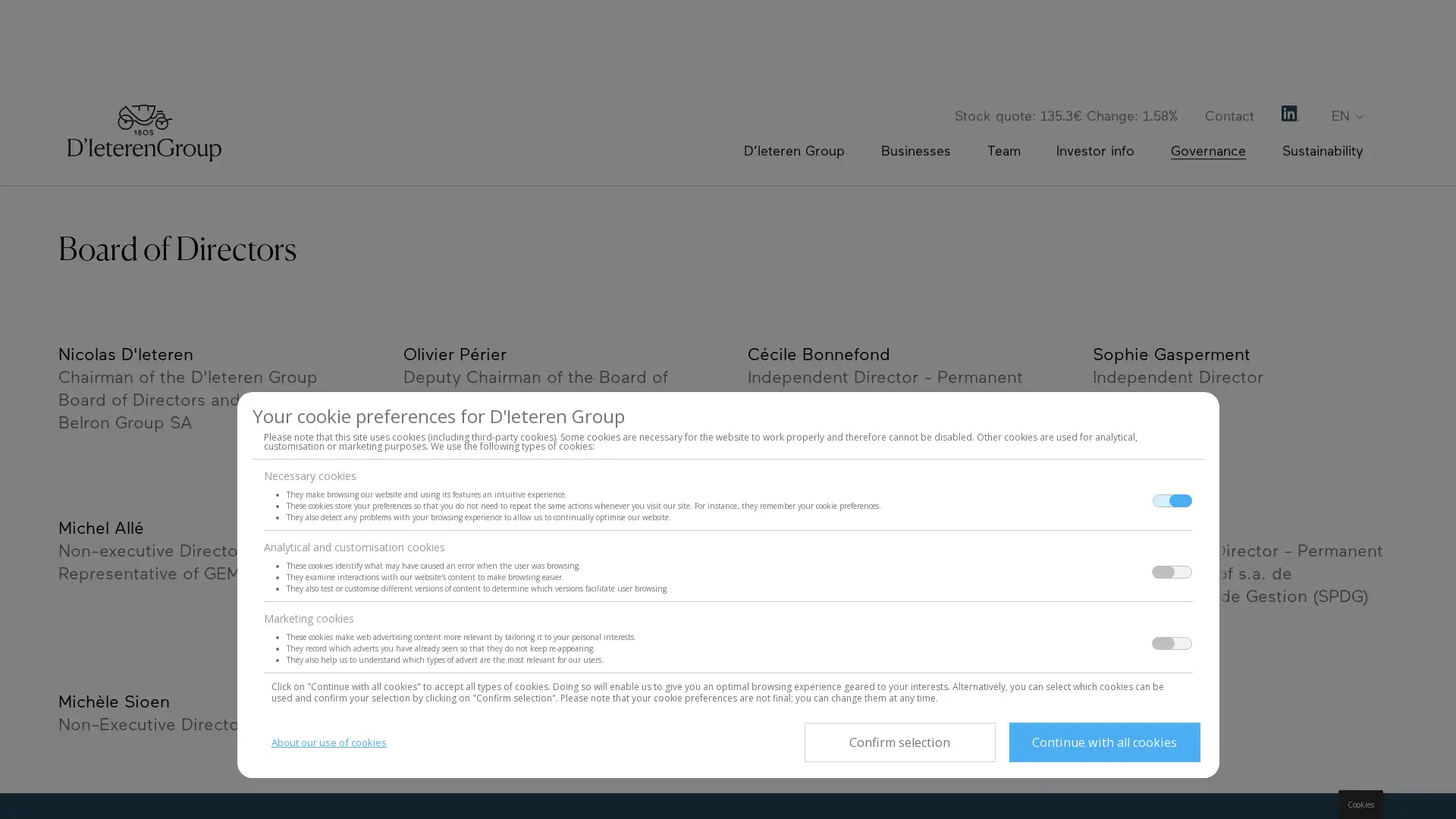 This screenshot has width=1456, height=819. What do you see at coordinates (1103, 742) in the screenshot?
I see `Close Consent Modal` at bounding box center [1103, 742].